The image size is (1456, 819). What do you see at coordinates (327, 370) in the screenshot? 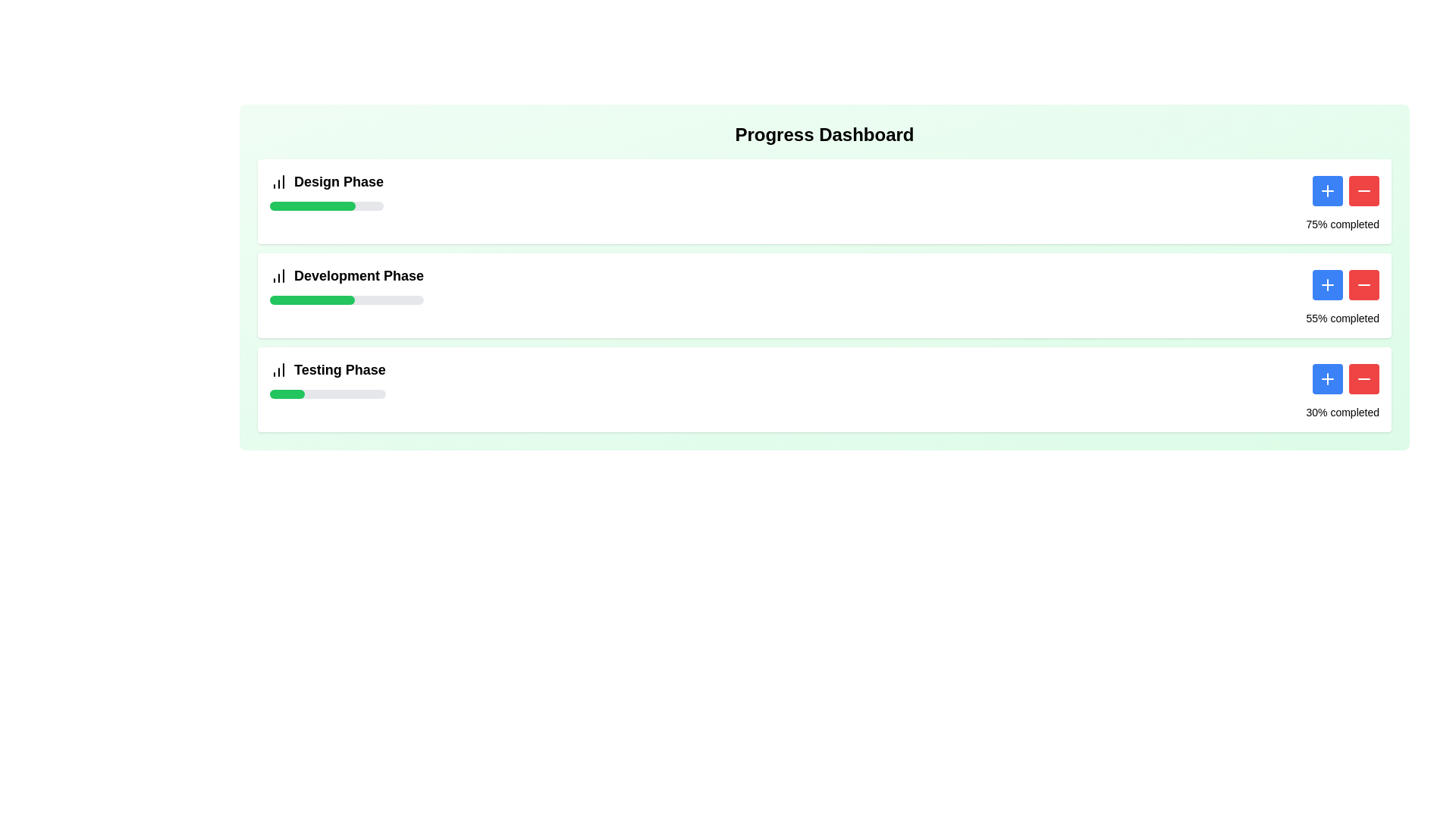
I see `the 'Testing Phase' label with the bar chart icon to interact with related functionalities` at bounding box center [327, 370].